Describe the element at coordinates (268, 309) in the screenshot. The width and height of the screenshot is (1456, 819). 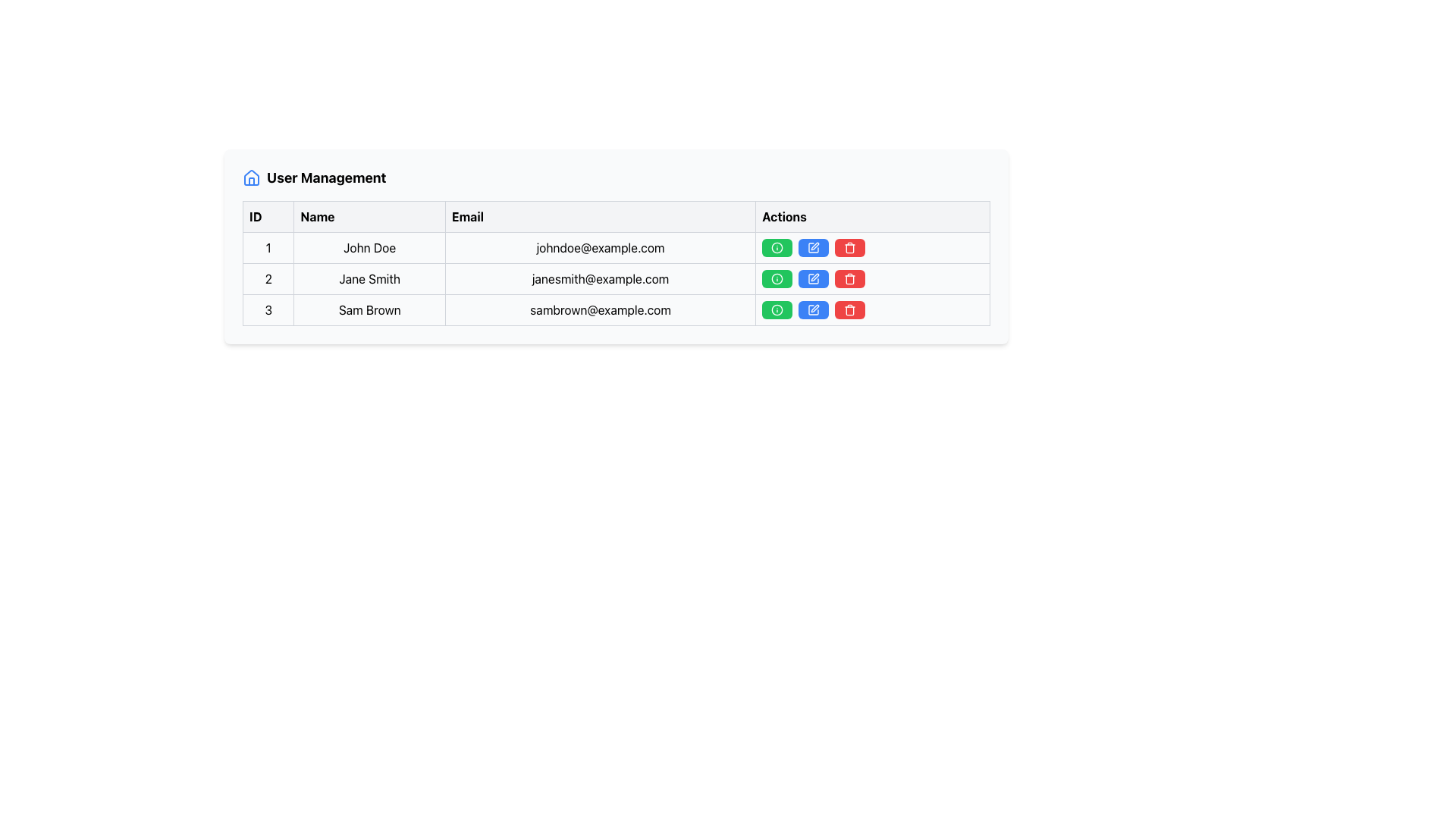
I see `the identifier number displayed in the leftmost column of the row corresponding to user 'Sam Brown' in the table` at that location.